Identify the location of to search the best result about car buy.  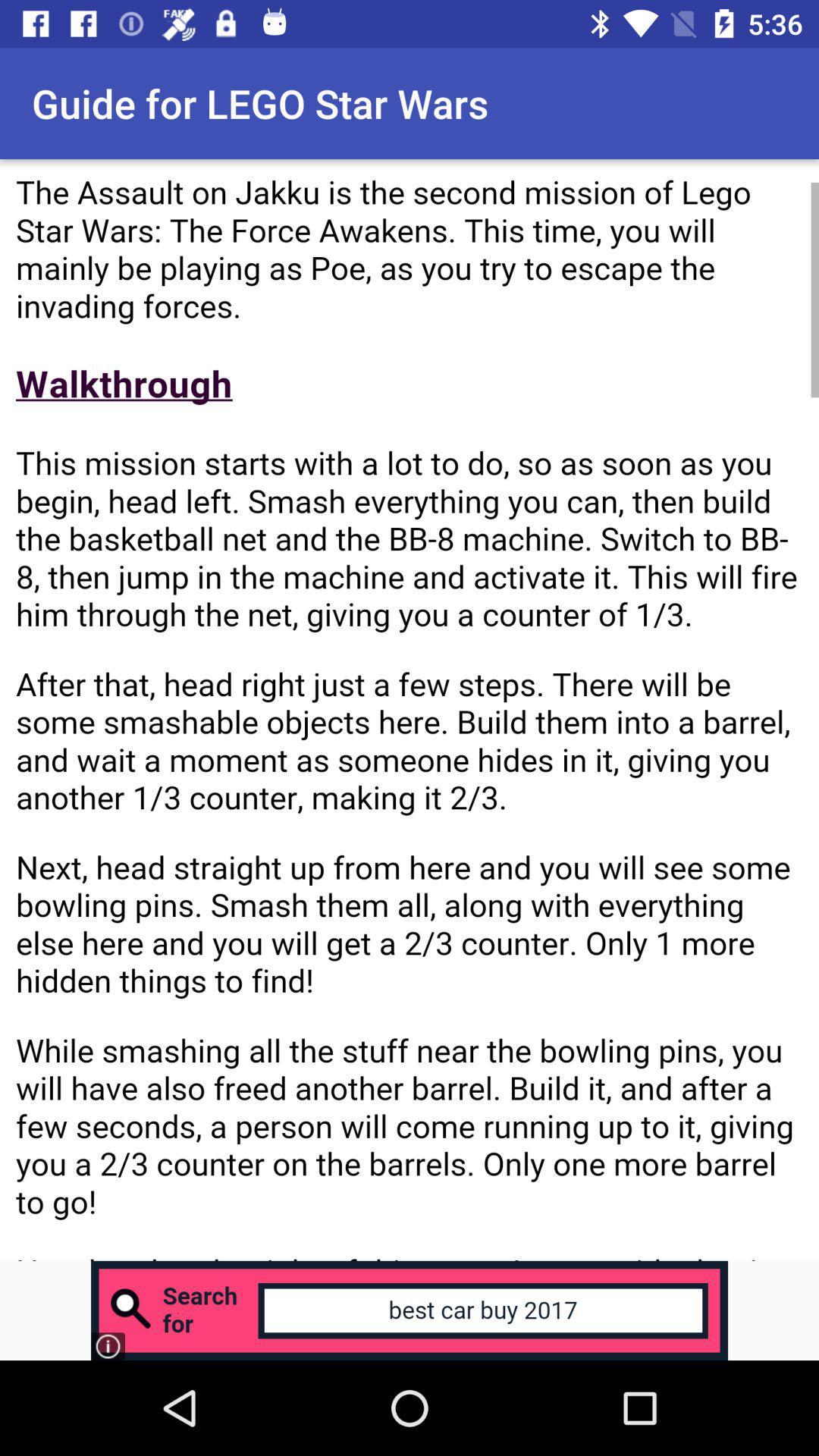
(409, 1310).